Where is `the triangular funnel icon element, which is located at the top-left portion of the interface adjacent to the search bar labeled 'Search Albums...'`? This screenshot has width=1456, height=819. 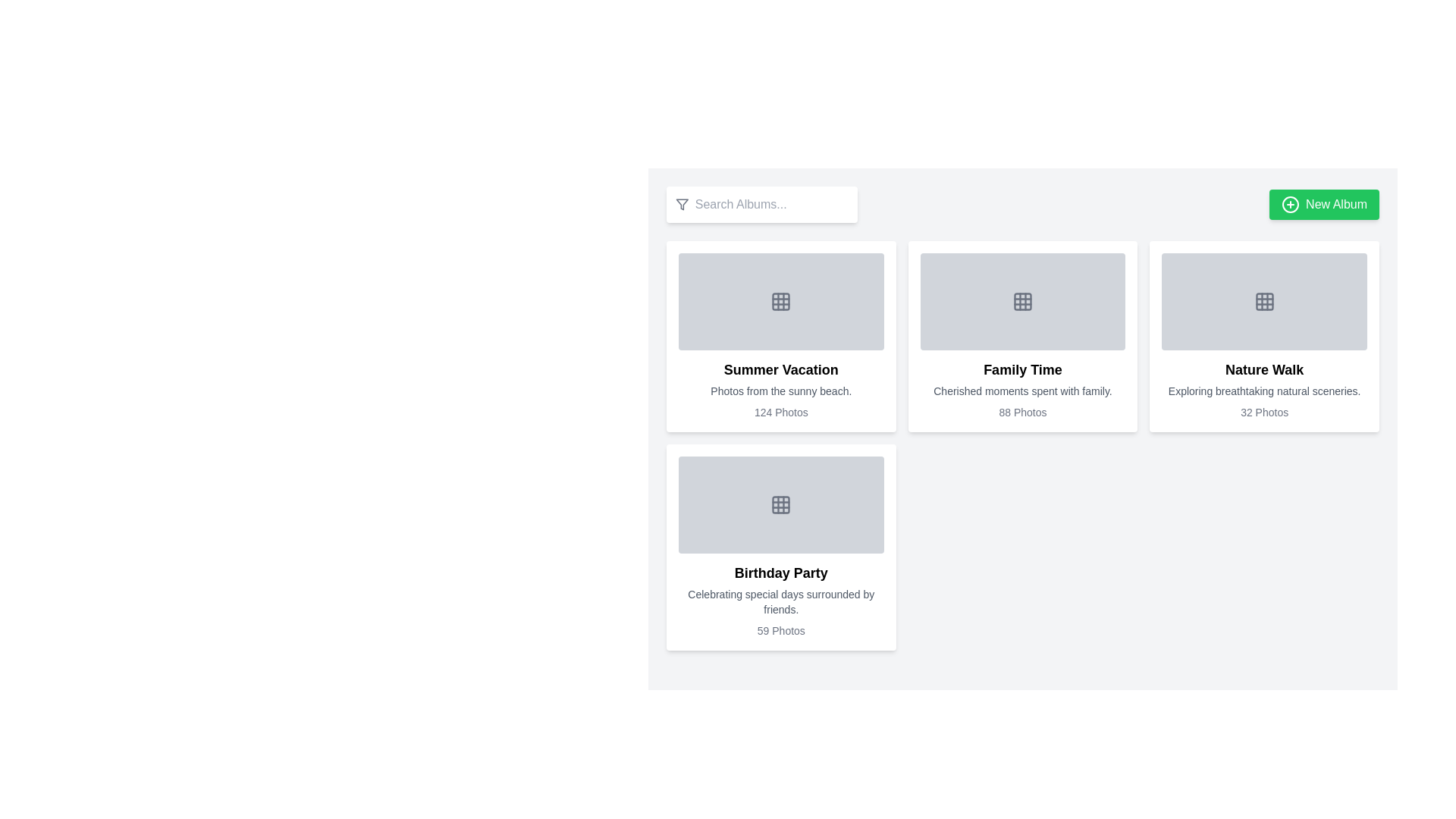
the triangular funnel icon element, which is located at the top-left portion of the interface adjacent to the search bar labeled 'Search Albums...' is located at coordinates (681, 205).